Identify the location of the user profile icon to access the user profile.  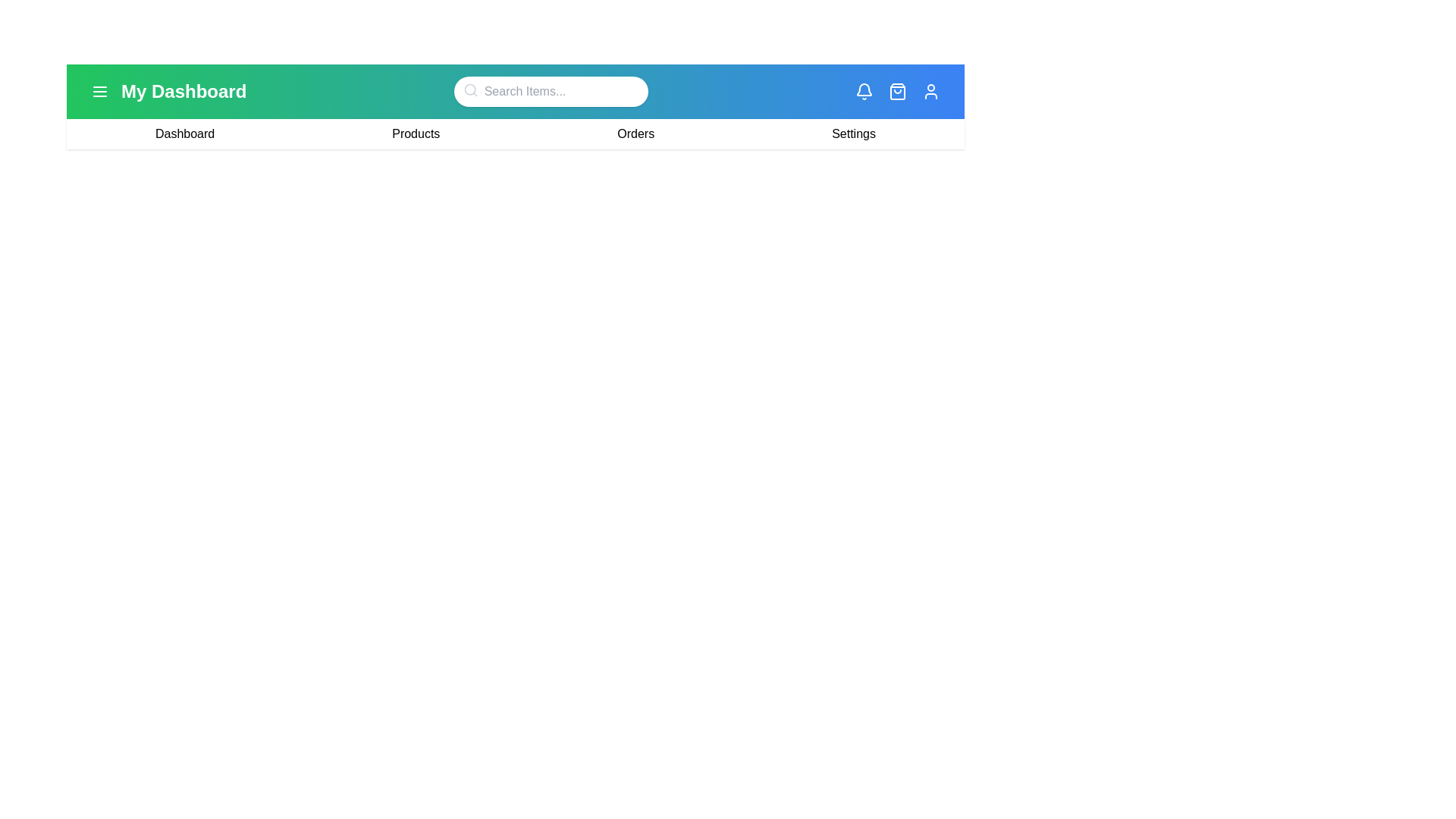
(930, 91).